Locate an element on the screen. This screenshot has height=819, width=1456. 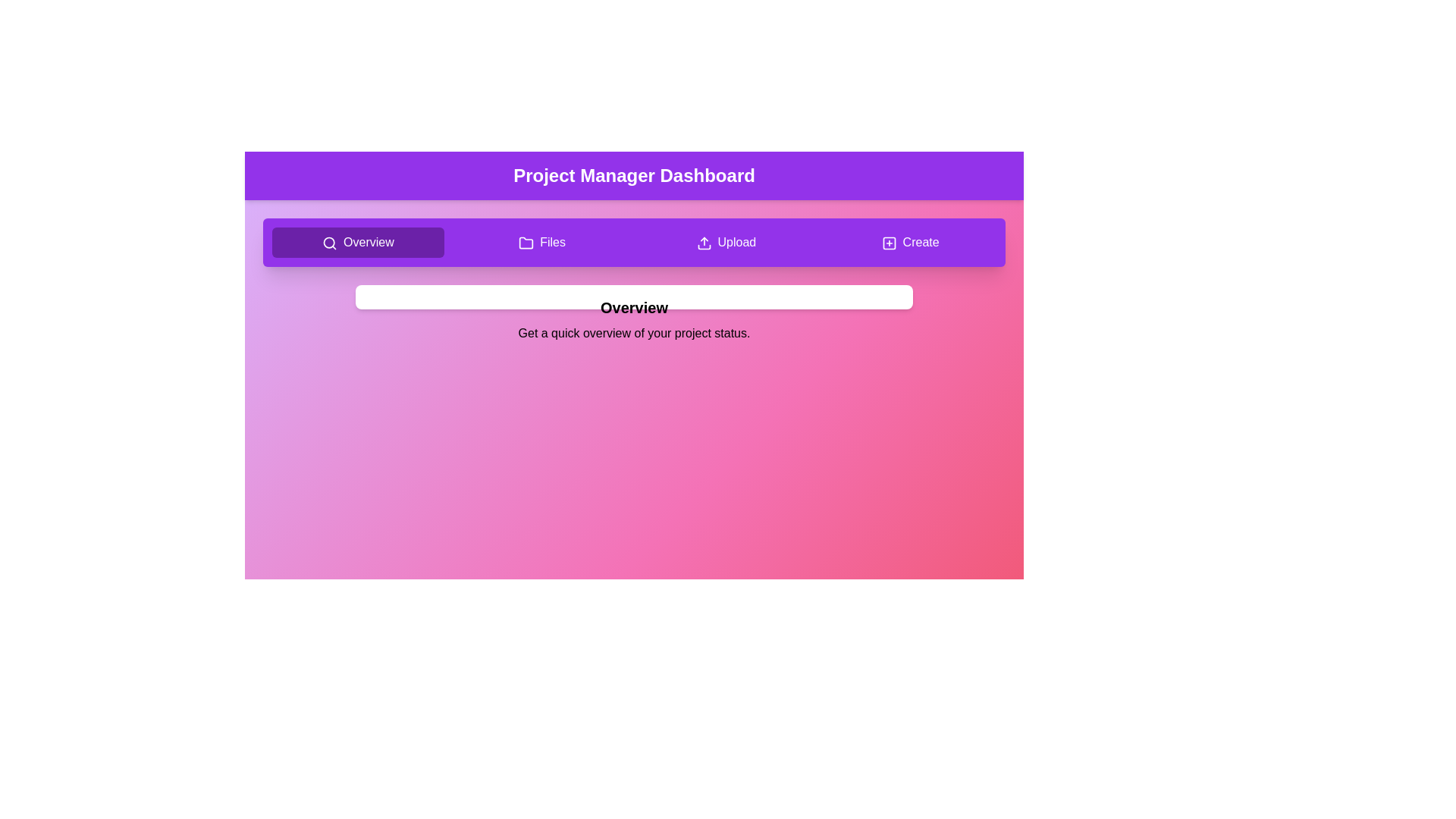
the tab button corresponding to Overview is located at coordinates (357, 242).